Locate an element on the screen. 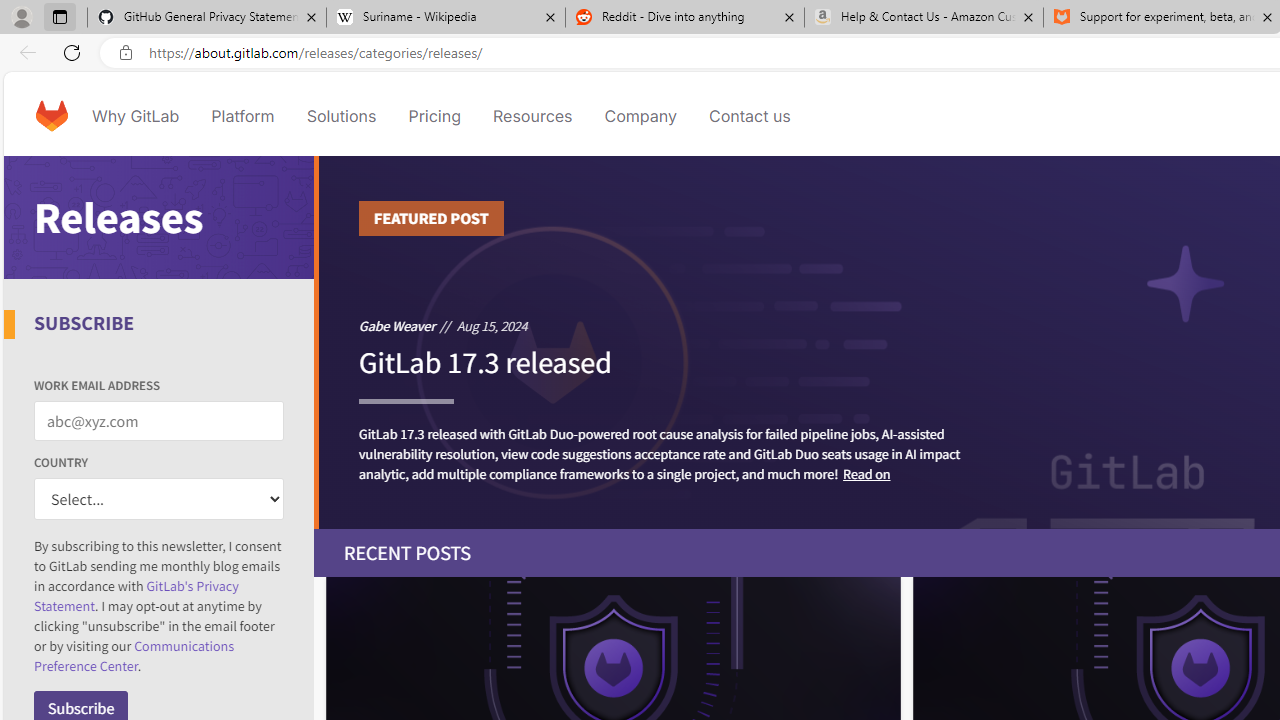 Image resolution: width=1280 pixels, height=720 pixels. 'Gabe Weaver' is located at coordinates (397, 324).